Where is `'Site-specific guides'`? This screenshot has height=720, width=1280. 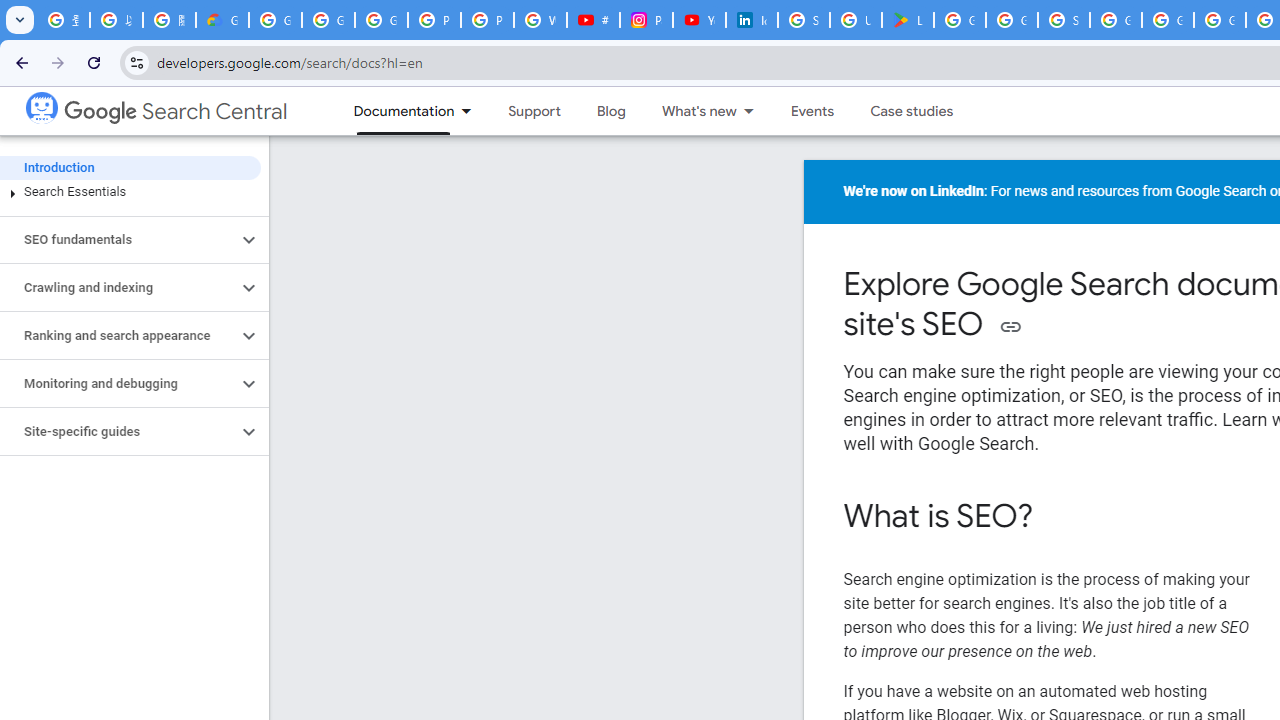 'Site-specific guides' is located at coordinates (117, 431).